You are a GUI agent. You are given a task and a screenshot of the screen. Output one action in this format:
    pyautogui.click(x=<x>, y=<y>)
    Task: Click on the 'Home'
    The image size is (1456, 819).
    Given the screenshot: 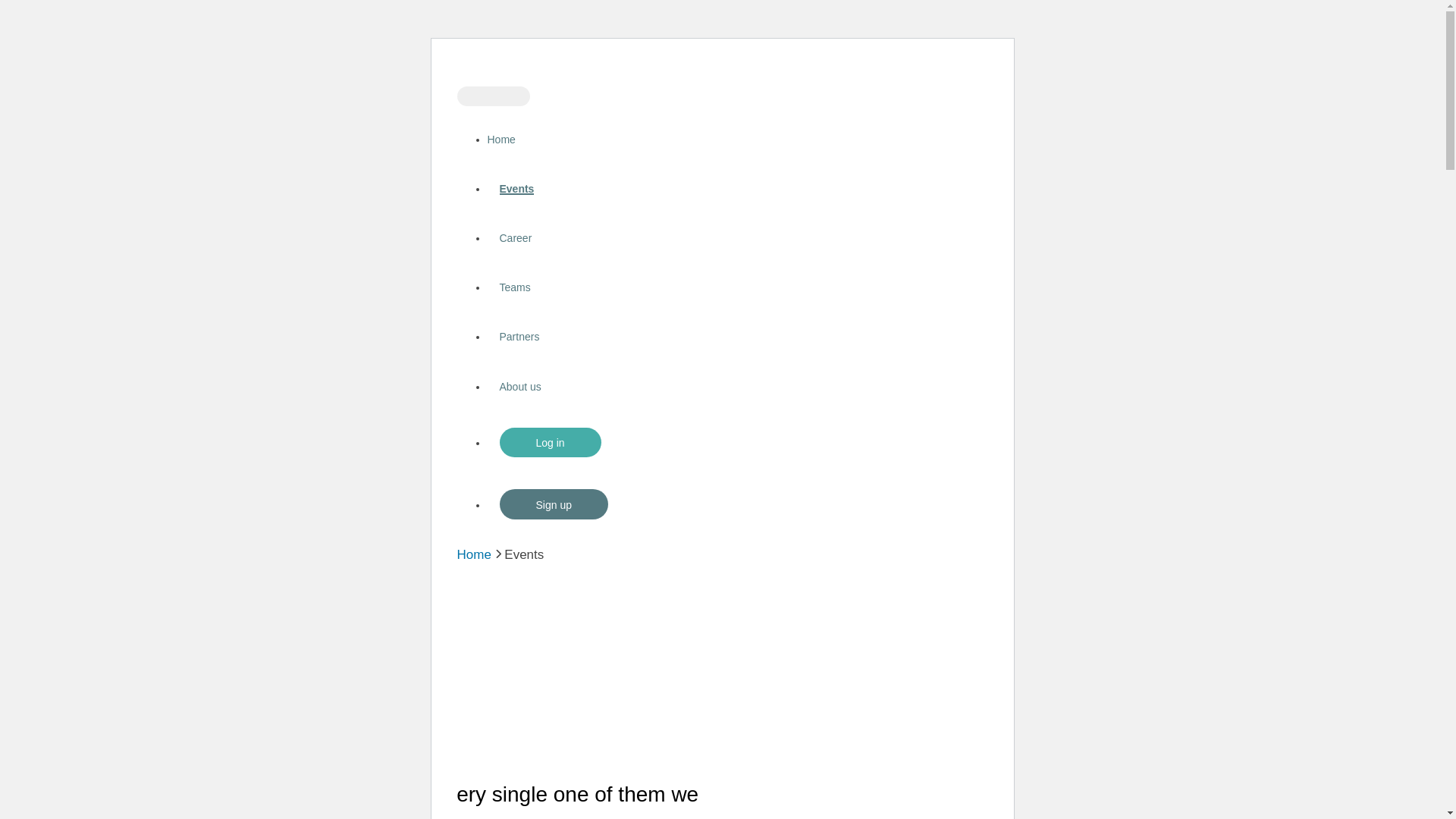 What is the action you would take?
    pyautogui.click(x=472, y=554)
    